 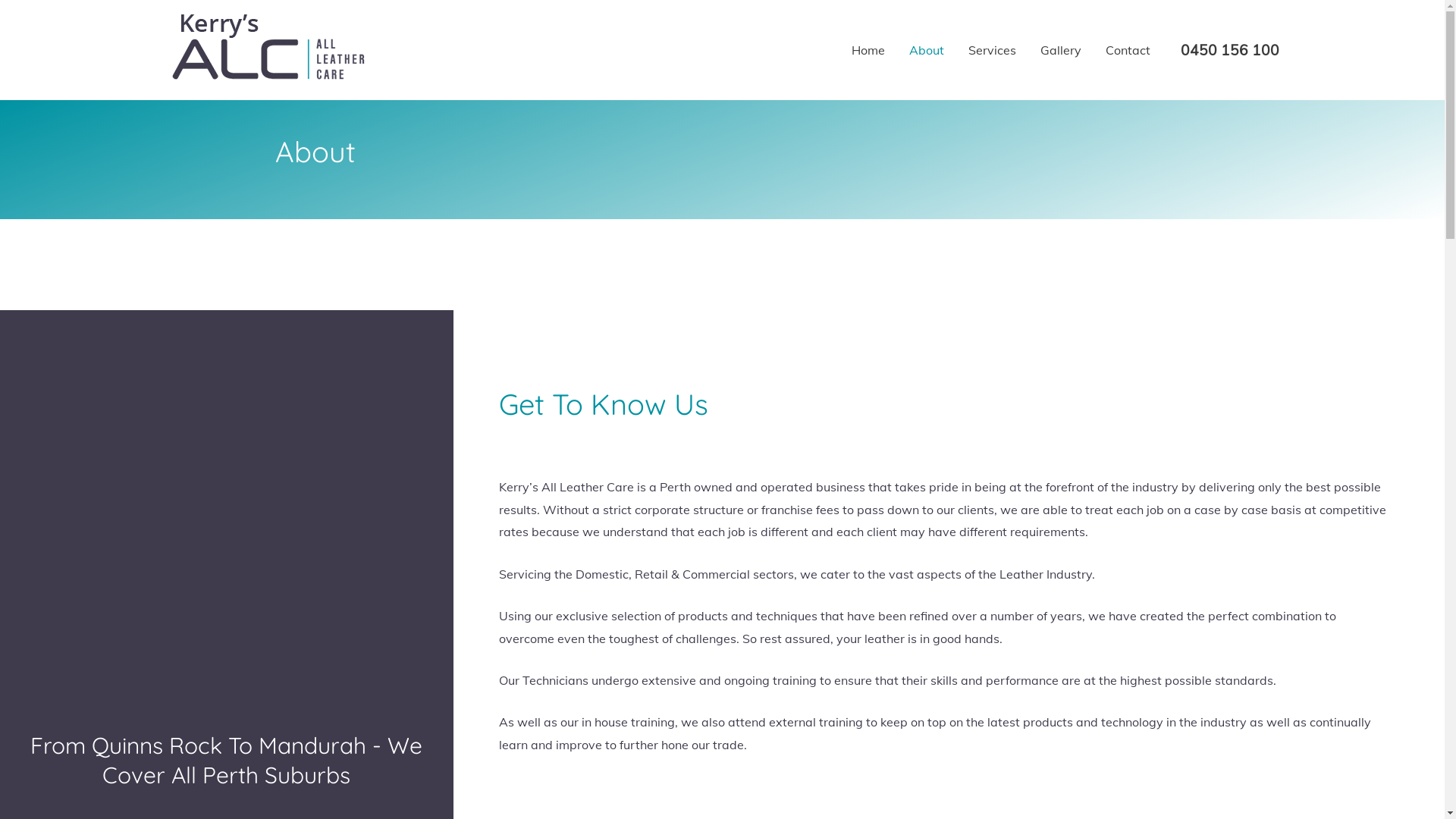 I want to click on 'About', so click(x=924, y=49).